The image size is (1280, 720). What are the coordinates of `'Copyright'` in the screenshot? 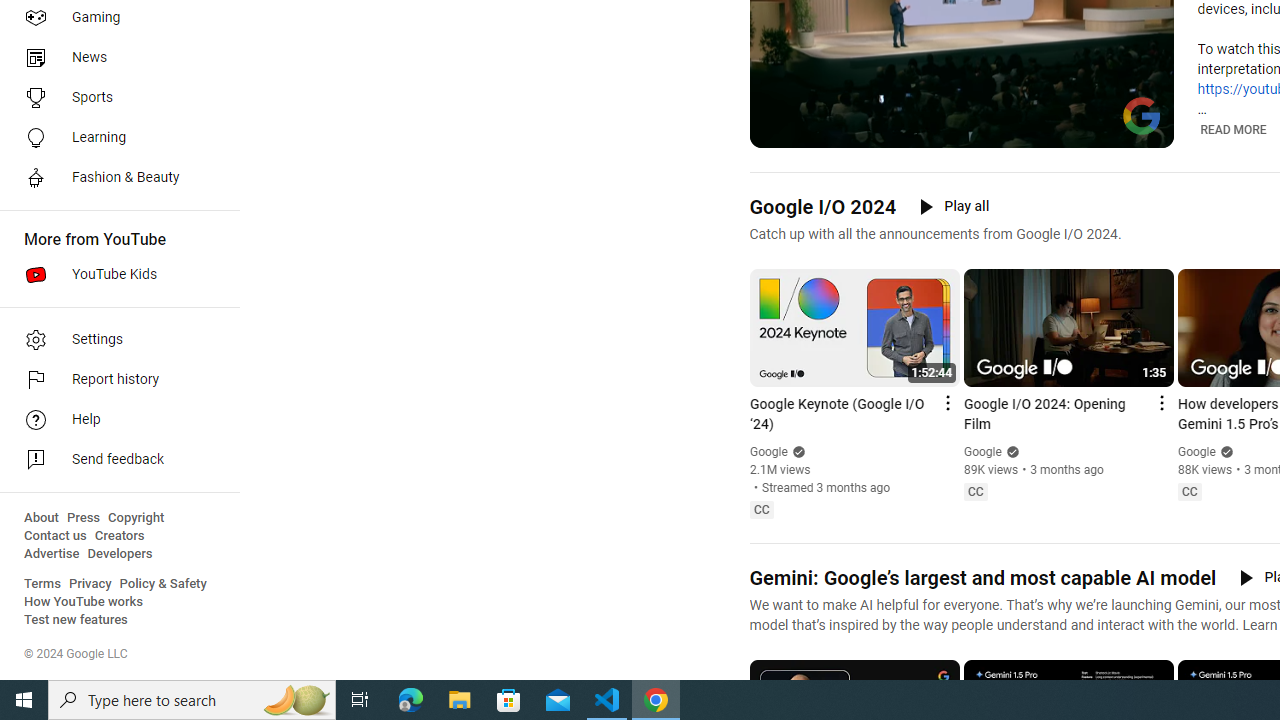 It's located at (135, 517).